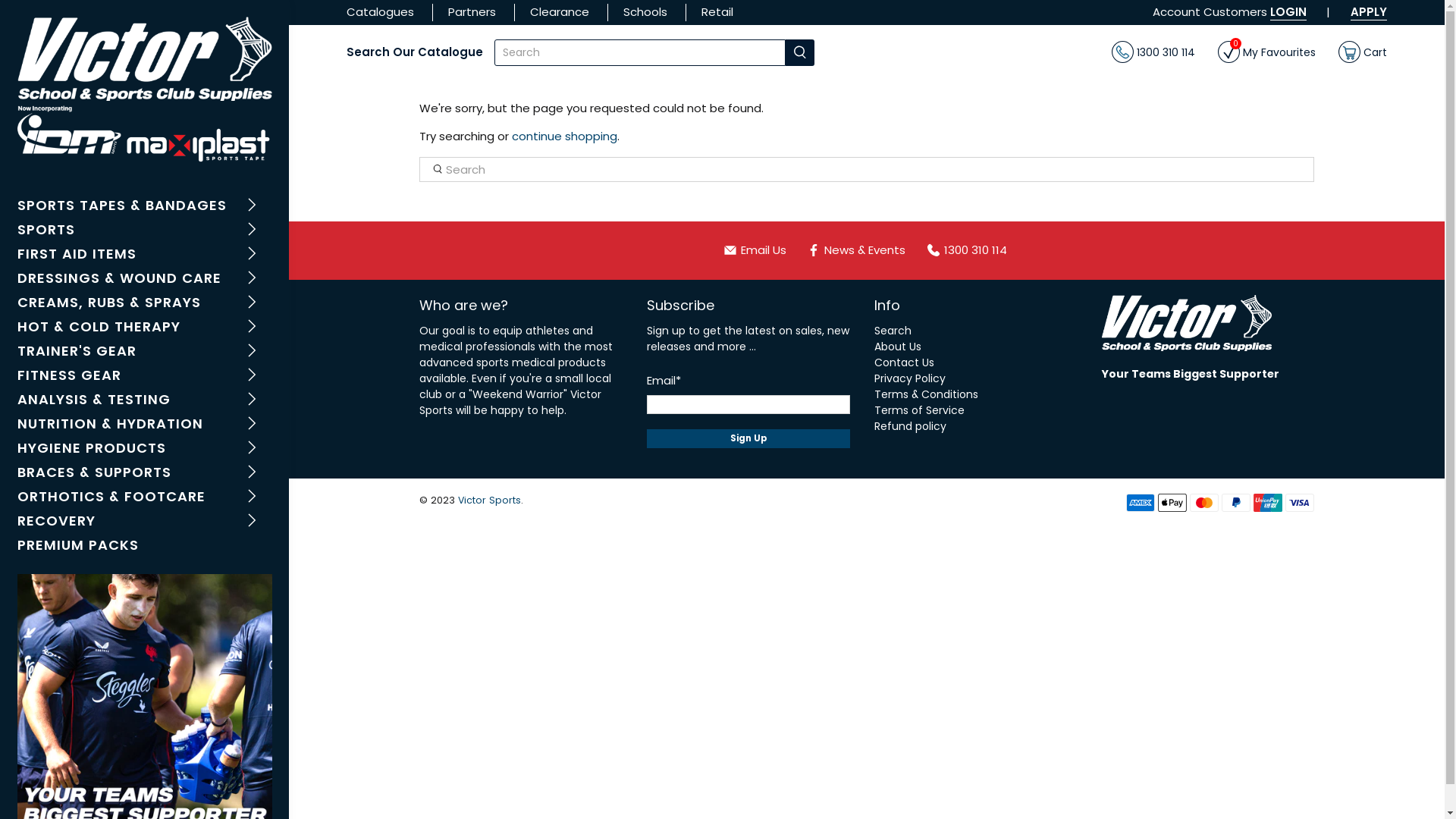  What do you see at coordinates (144, 522) in the screenshot?
I see `'RECOVERY'` at bounding box center [144, 522].